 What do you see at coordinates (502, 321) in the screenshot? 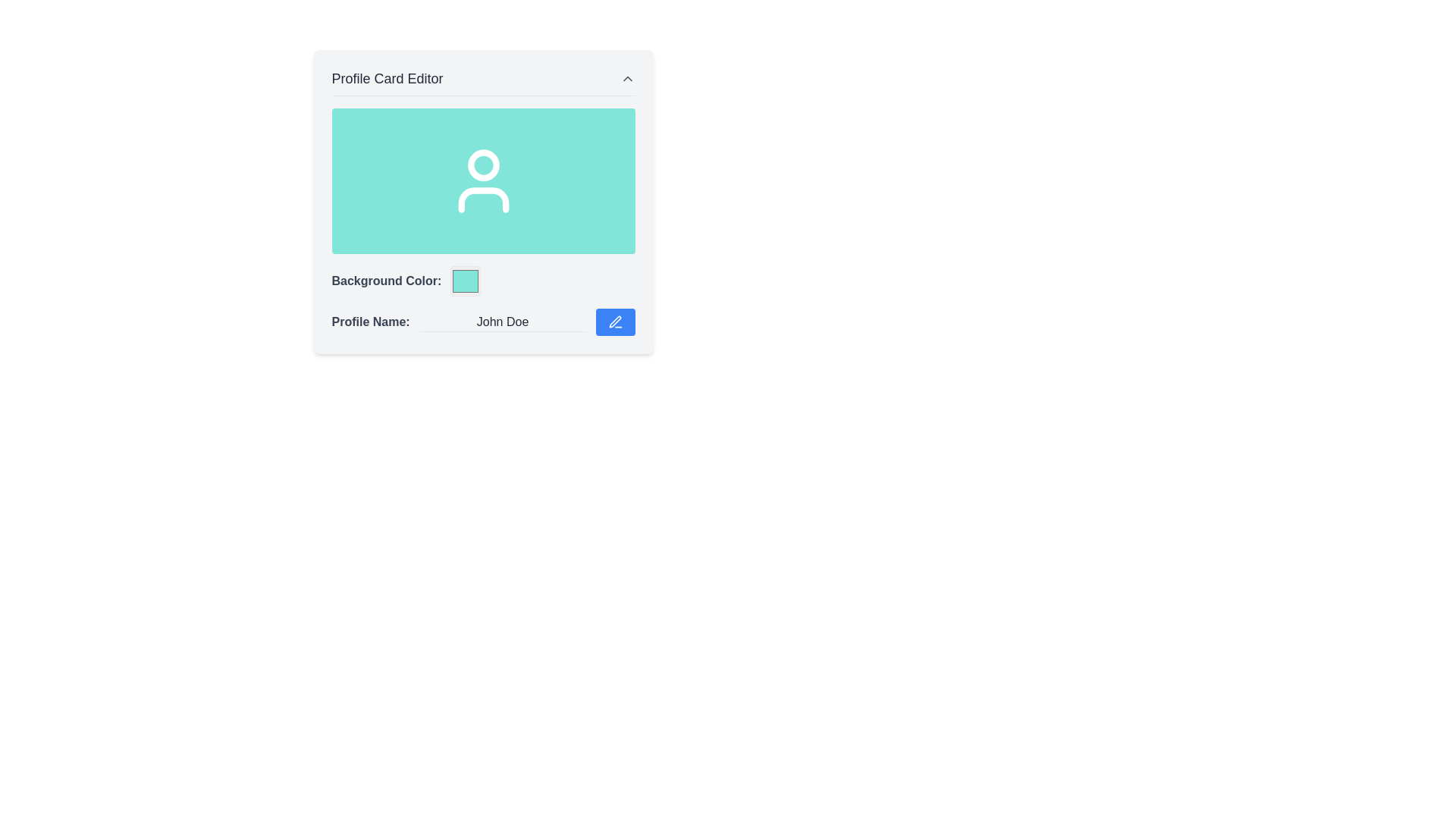
I see `the static text 'John Doe', which is styled to indicate potential interactivity, to invoke the edit mode` at bounding box center [502, 321].